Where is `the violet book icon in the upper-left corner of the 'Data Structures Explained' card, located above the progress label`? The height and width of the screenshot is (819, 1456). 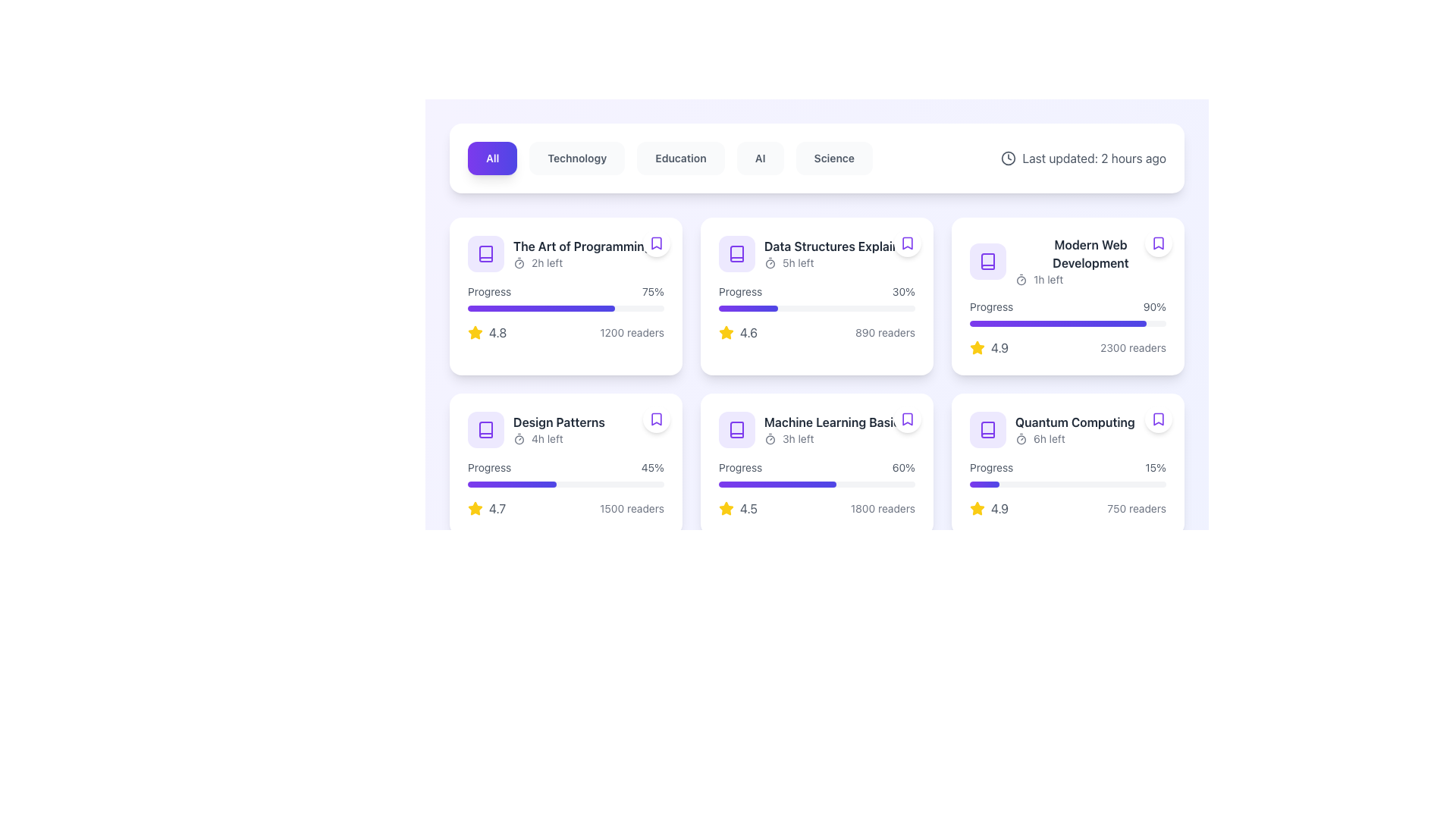
the violet book icon in the upper-left corner of the 'Data Structures Explained' card, located above the progress label is located at coordinates (987, 430).